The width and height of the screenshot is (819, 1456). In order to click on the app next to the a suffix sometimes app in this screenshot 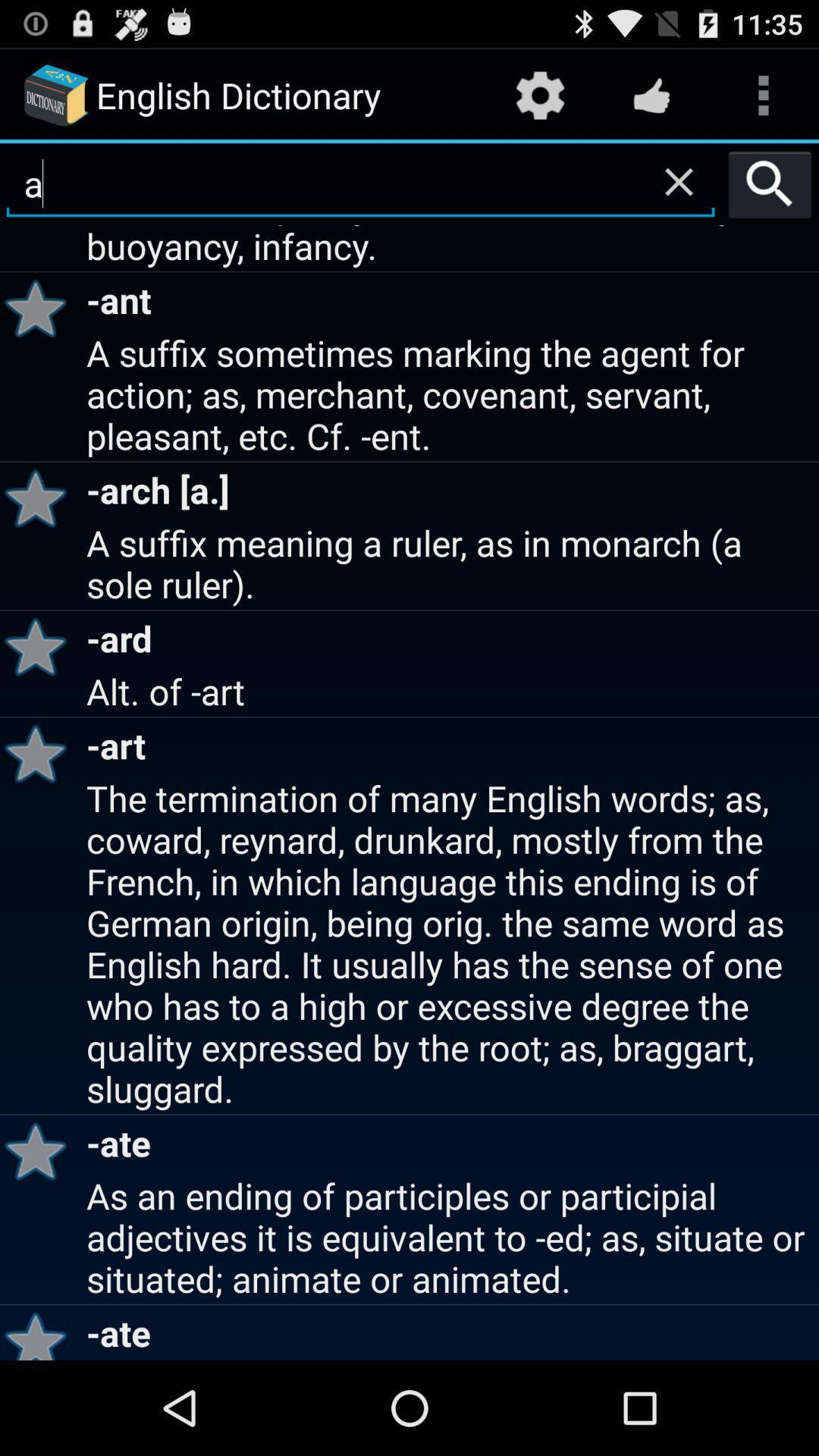, I will do `click(40, 498)`.